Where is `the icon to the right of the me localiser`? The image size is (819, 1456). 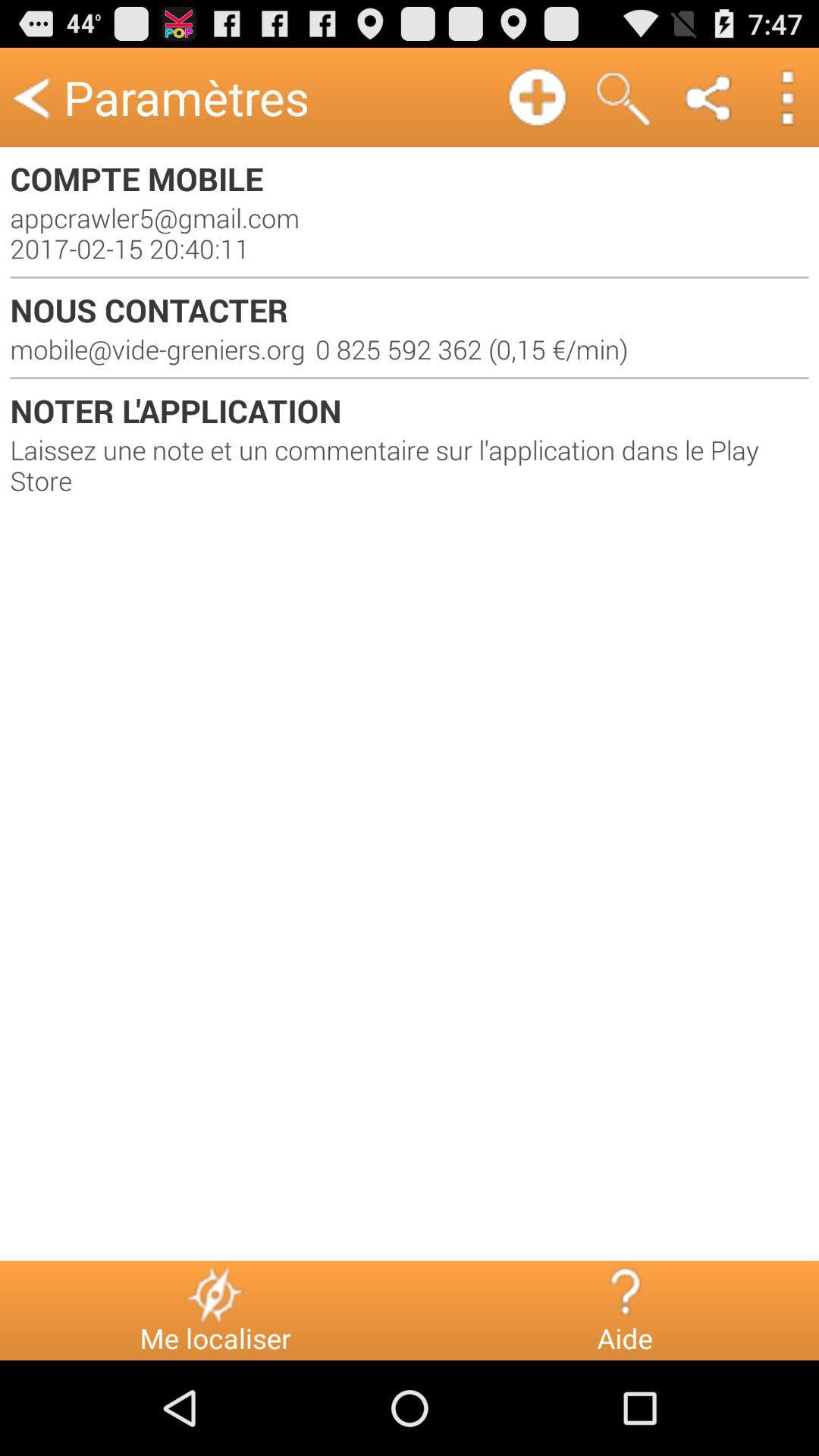
the icon to the right of the me localiser is located at coordinates (624, 1293).